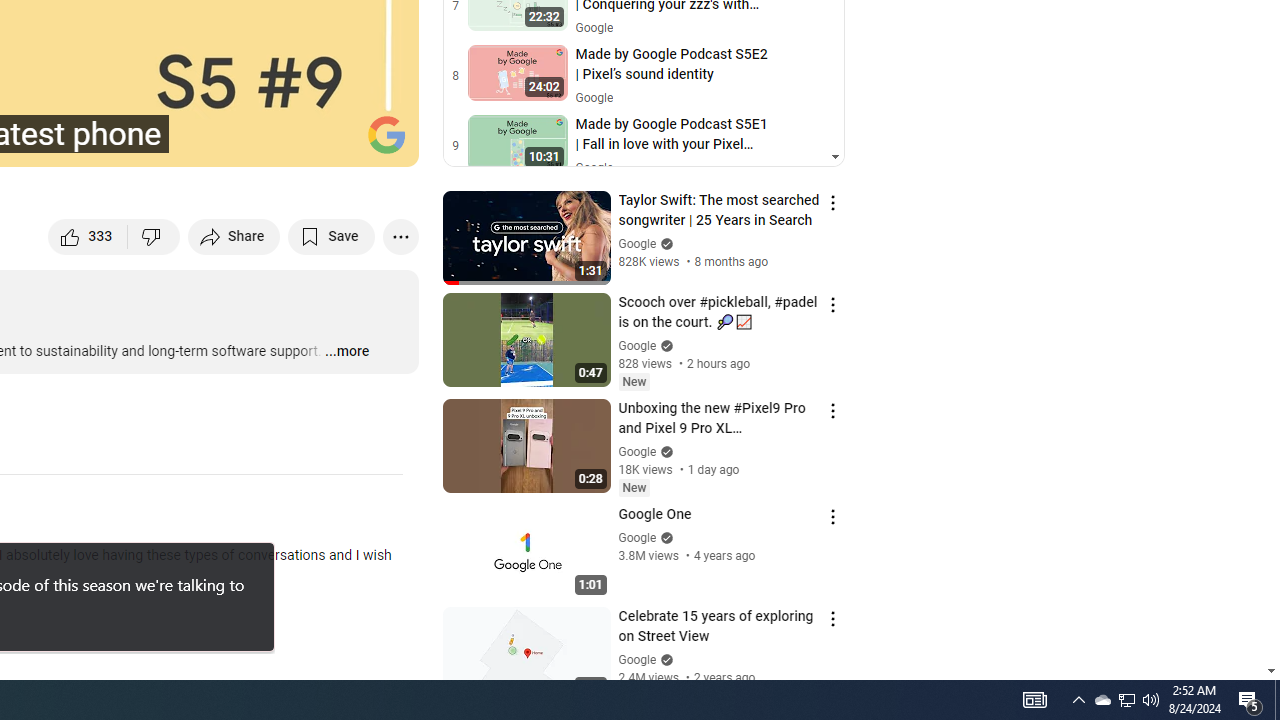 The height and width of the screenshot is (720, 1280). Describe the element at coordinates (386, 135) in the screenshot. I see `'Channel watermark'` at that location.